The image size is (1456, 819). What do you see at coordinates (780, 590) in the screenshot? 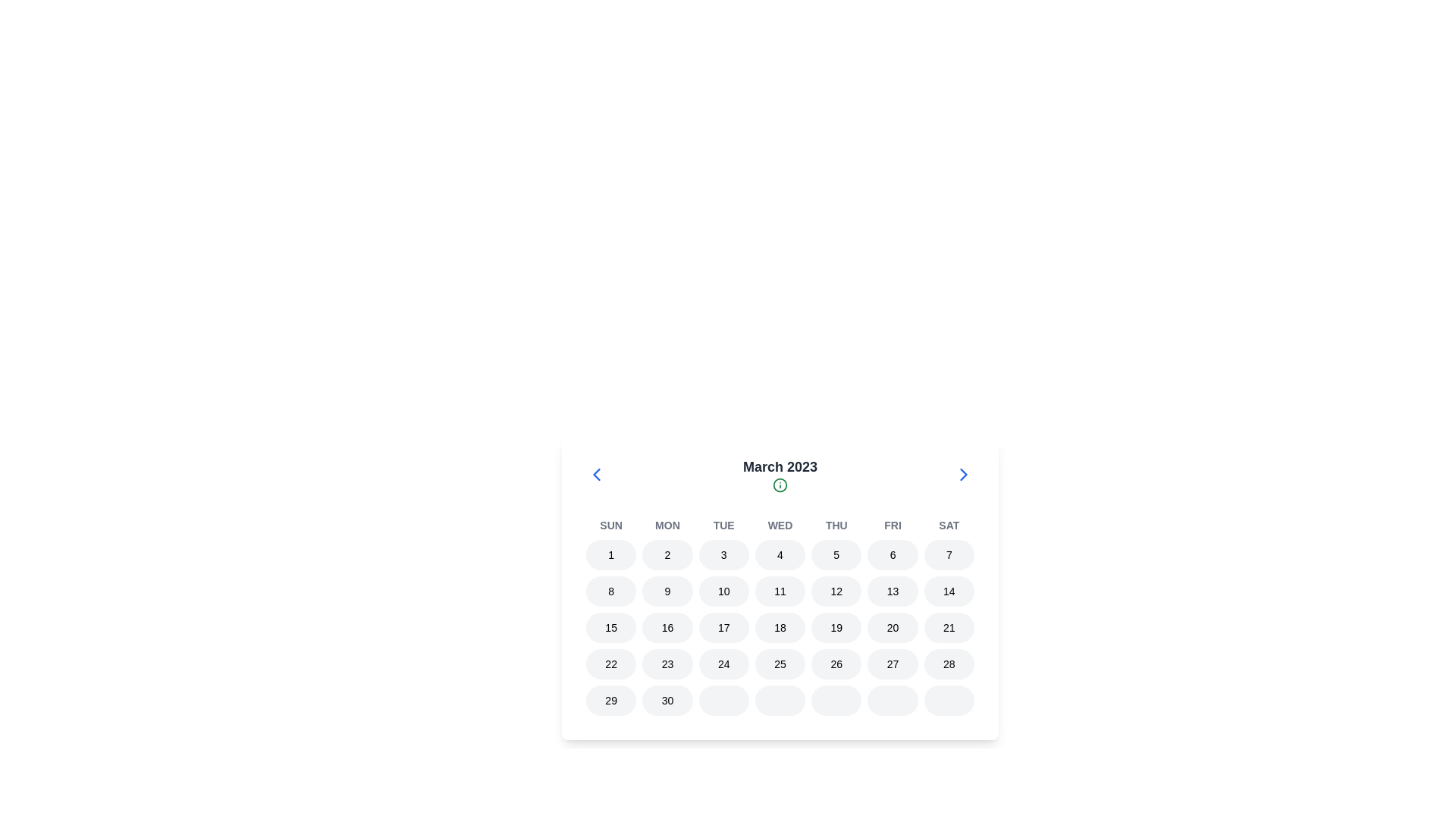
I see `the eleventh day cell in the calendar view` at bounding box center [780, 590].